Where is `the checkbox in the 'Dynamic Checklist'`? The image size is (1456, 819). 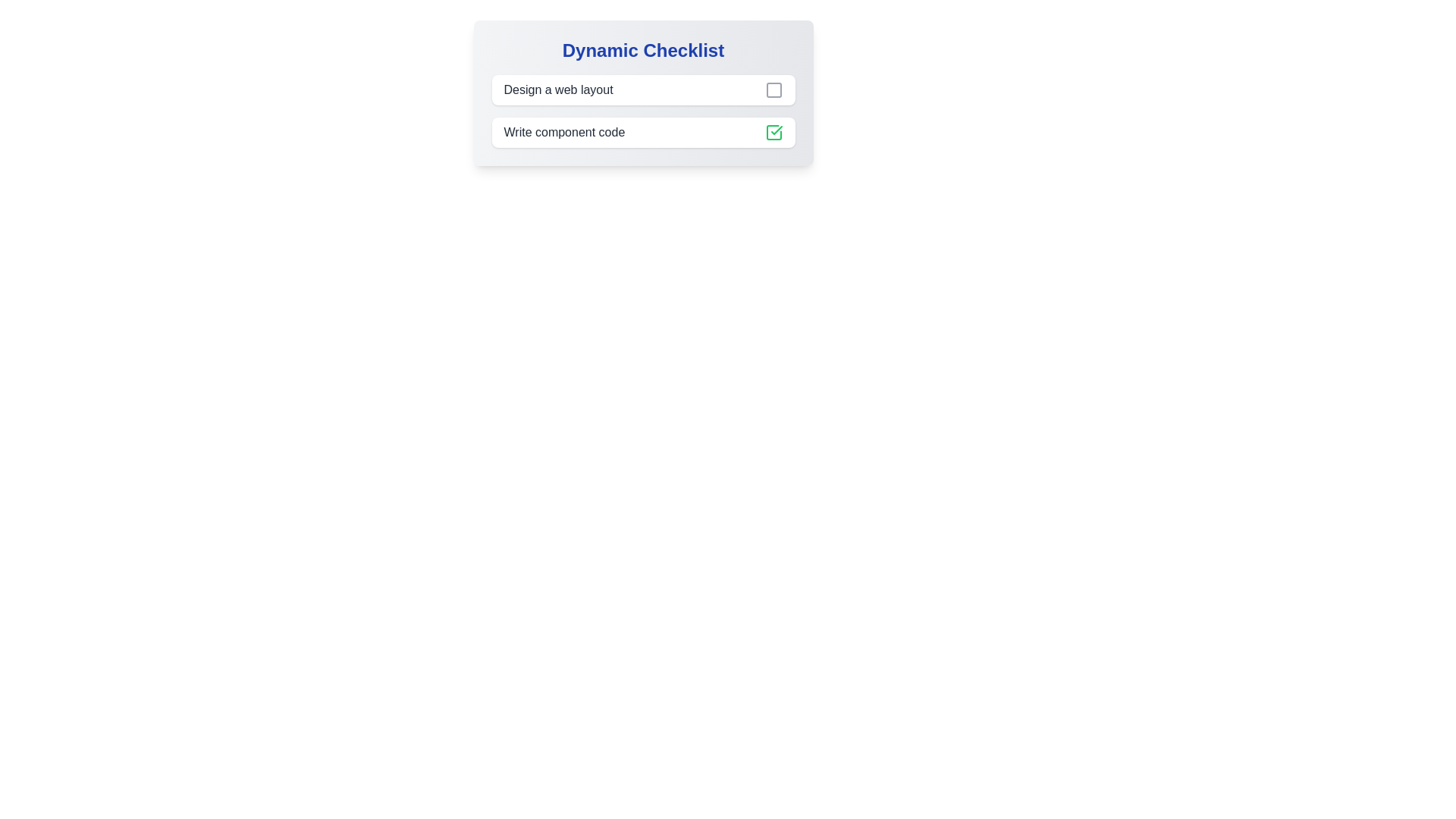
the checkbox in the 'Dynamic Checklist' is located at coordinates (643, 110).